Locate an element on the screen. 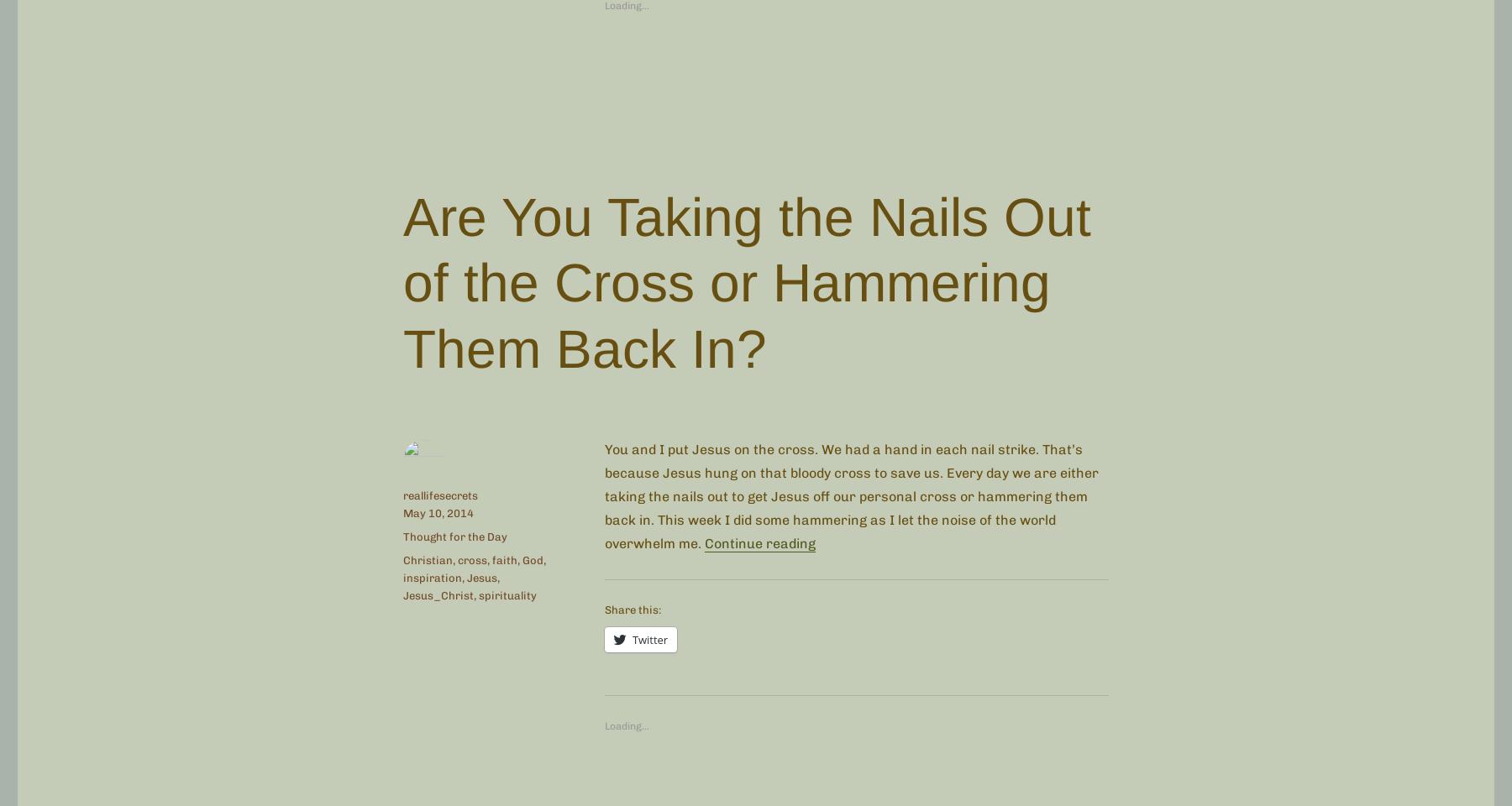 This screenshot has width=1512, height=806. 'Are You Taking the Nails Out of the Cross or Hammering Them Back In?' is located at coordinates (747, 282).